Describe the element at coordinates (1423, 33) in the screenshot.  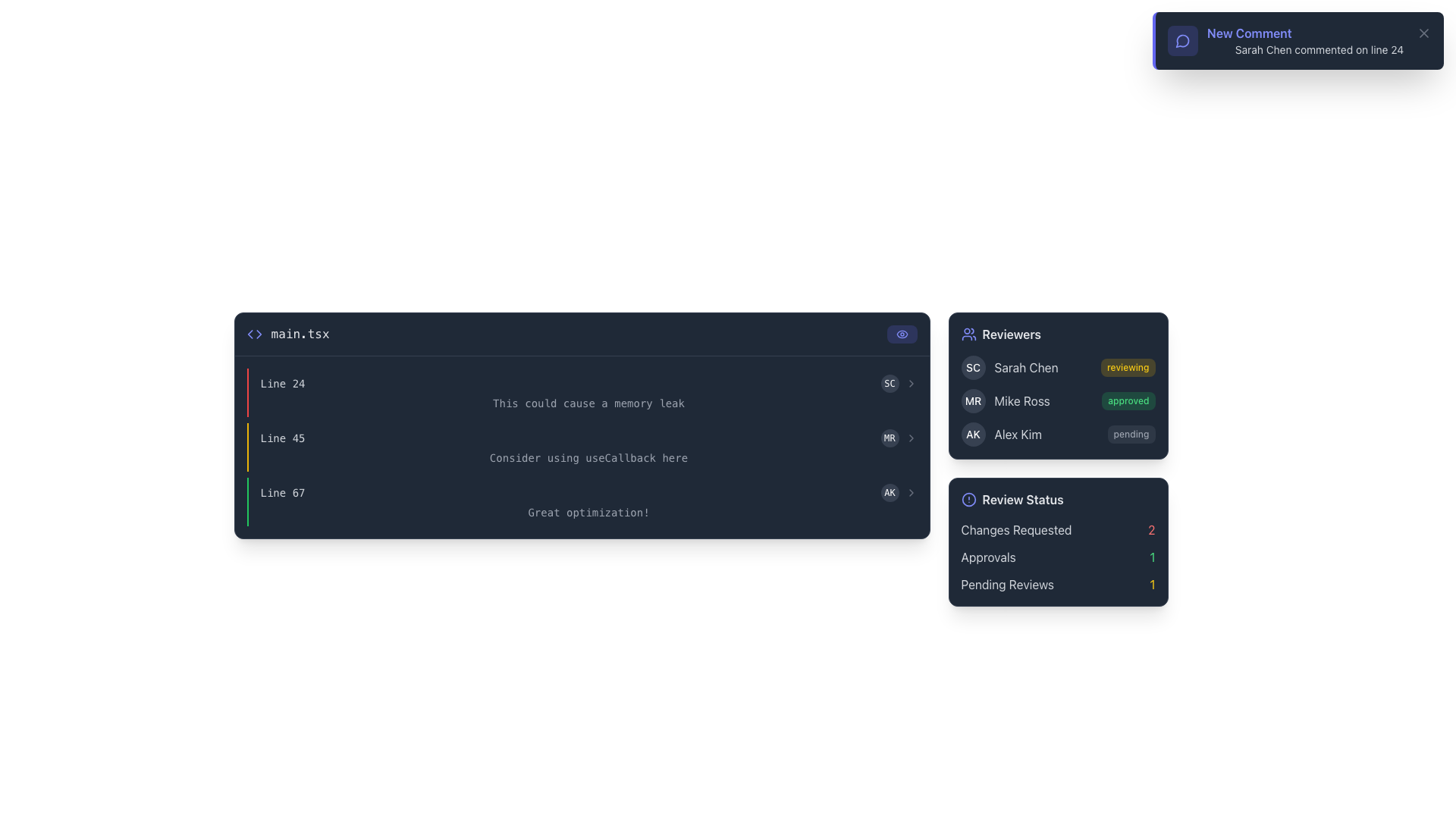
I see `the close ('X') button icon located in the top-right corner of the notification card that contains the message 'New Comment' from 'Sarah Chen'` at that location.